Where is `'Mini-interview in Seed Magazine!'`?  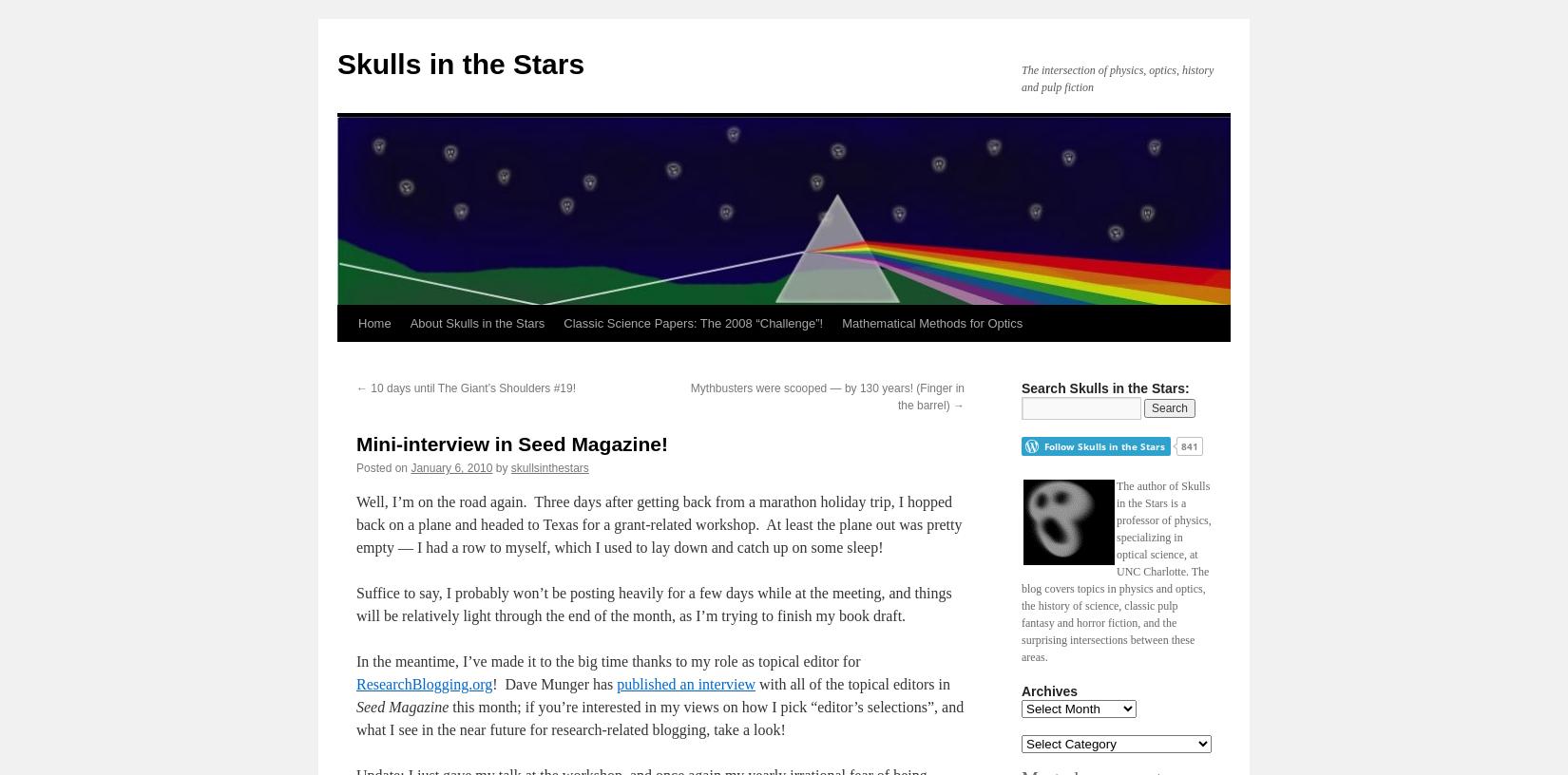
'Mini-interview in Seed Magazine!' is located at coordinates (510, 443).